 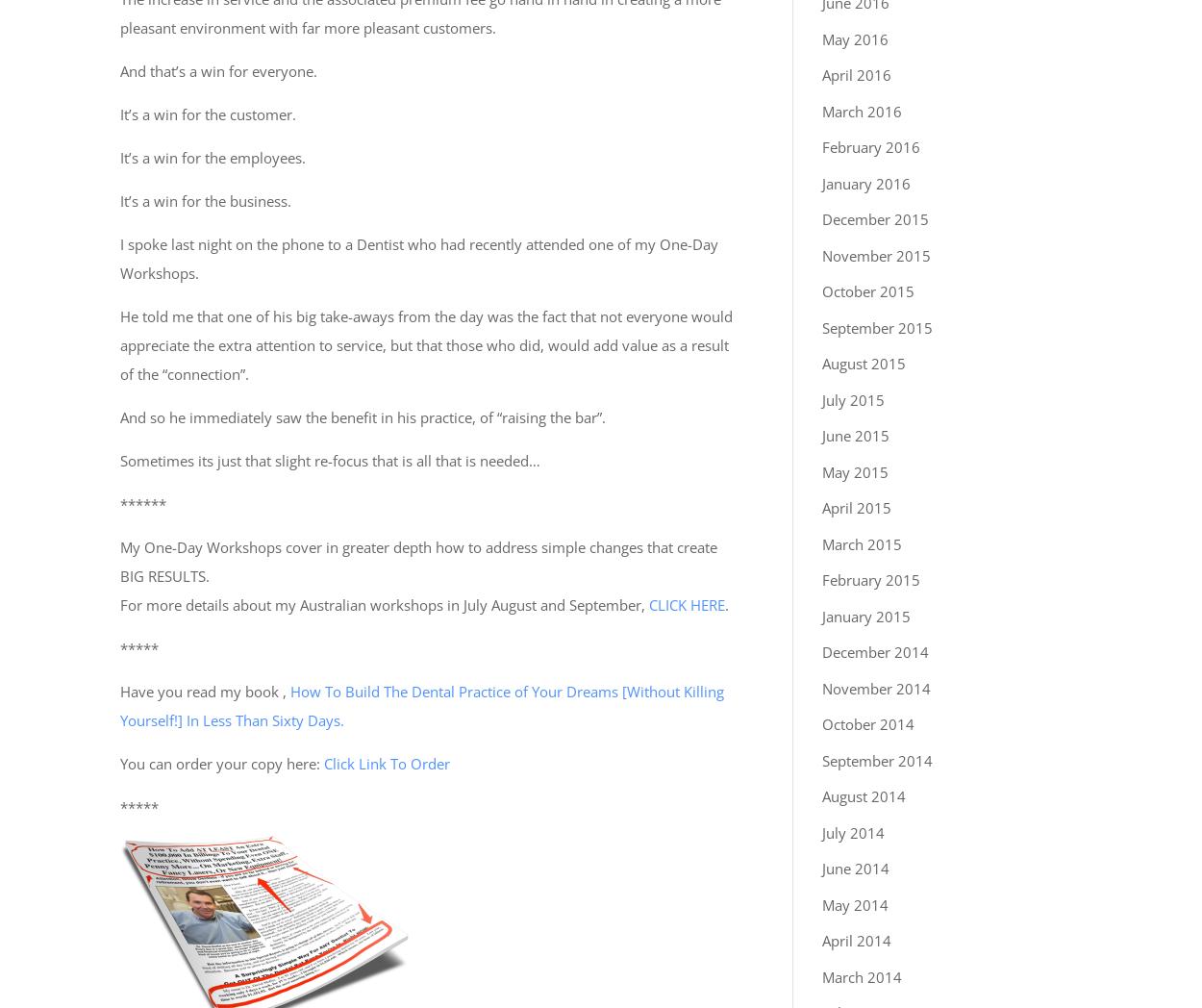 I want to click on 'September 2015', so click(x=877, y=326).